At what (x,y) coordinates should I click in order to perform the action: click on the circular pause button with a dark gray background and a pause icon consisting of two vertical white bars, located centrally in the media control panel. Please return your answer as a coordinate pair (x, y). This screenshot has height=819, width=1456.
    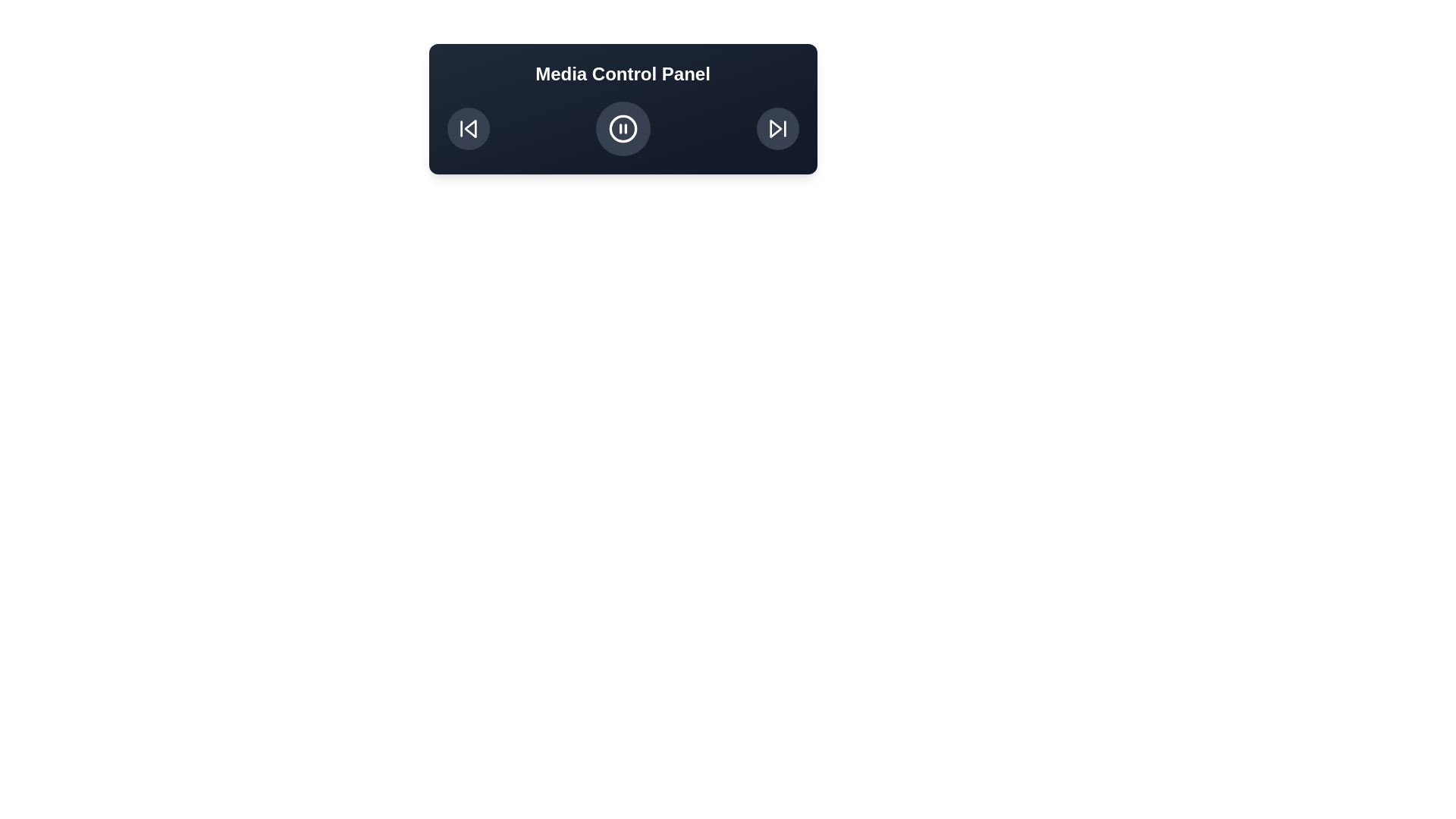
    Looking at the image, I should click on (623, 127).